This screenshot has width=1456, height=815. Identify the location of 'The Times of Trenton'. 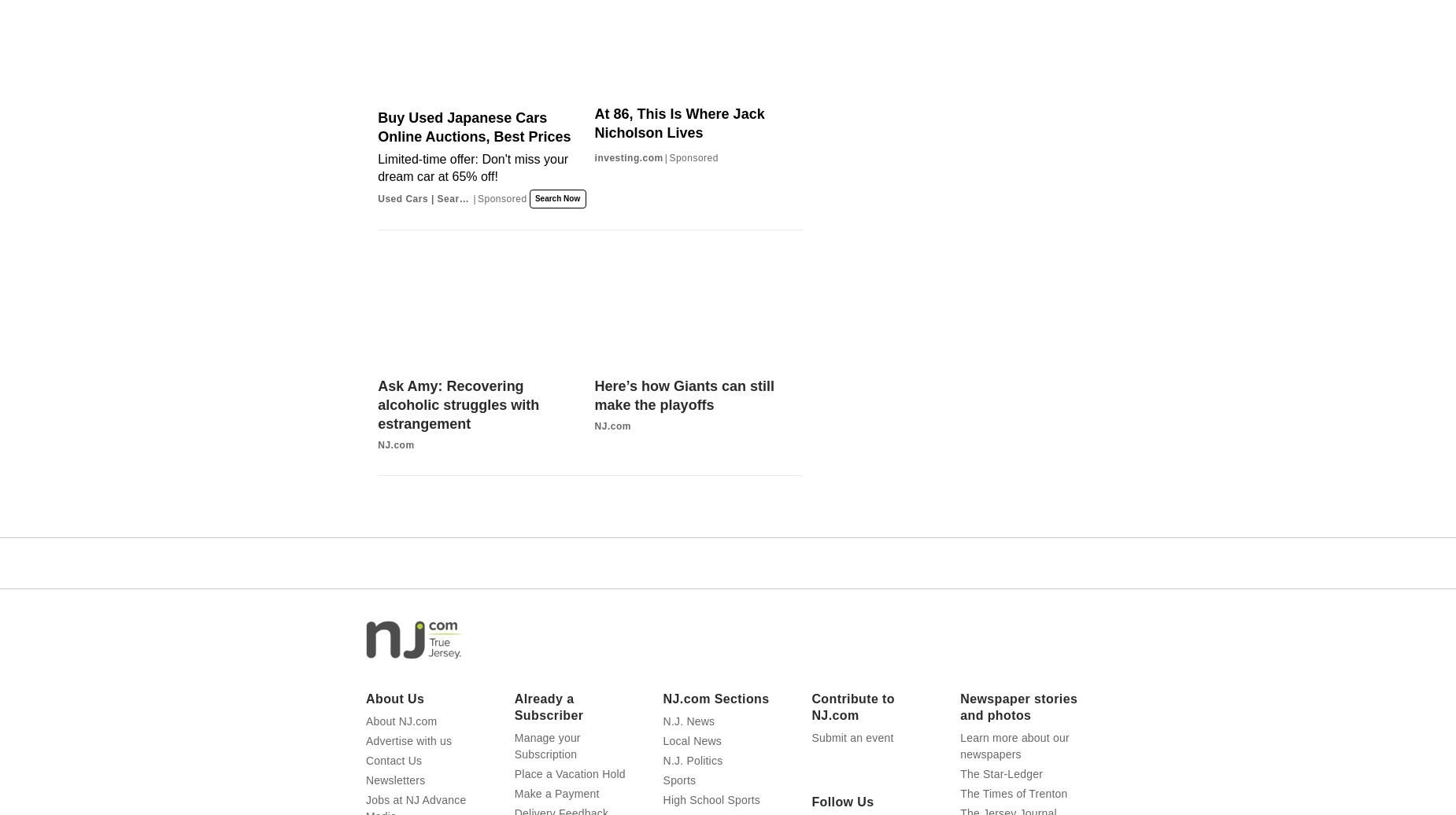
(1012, 793).